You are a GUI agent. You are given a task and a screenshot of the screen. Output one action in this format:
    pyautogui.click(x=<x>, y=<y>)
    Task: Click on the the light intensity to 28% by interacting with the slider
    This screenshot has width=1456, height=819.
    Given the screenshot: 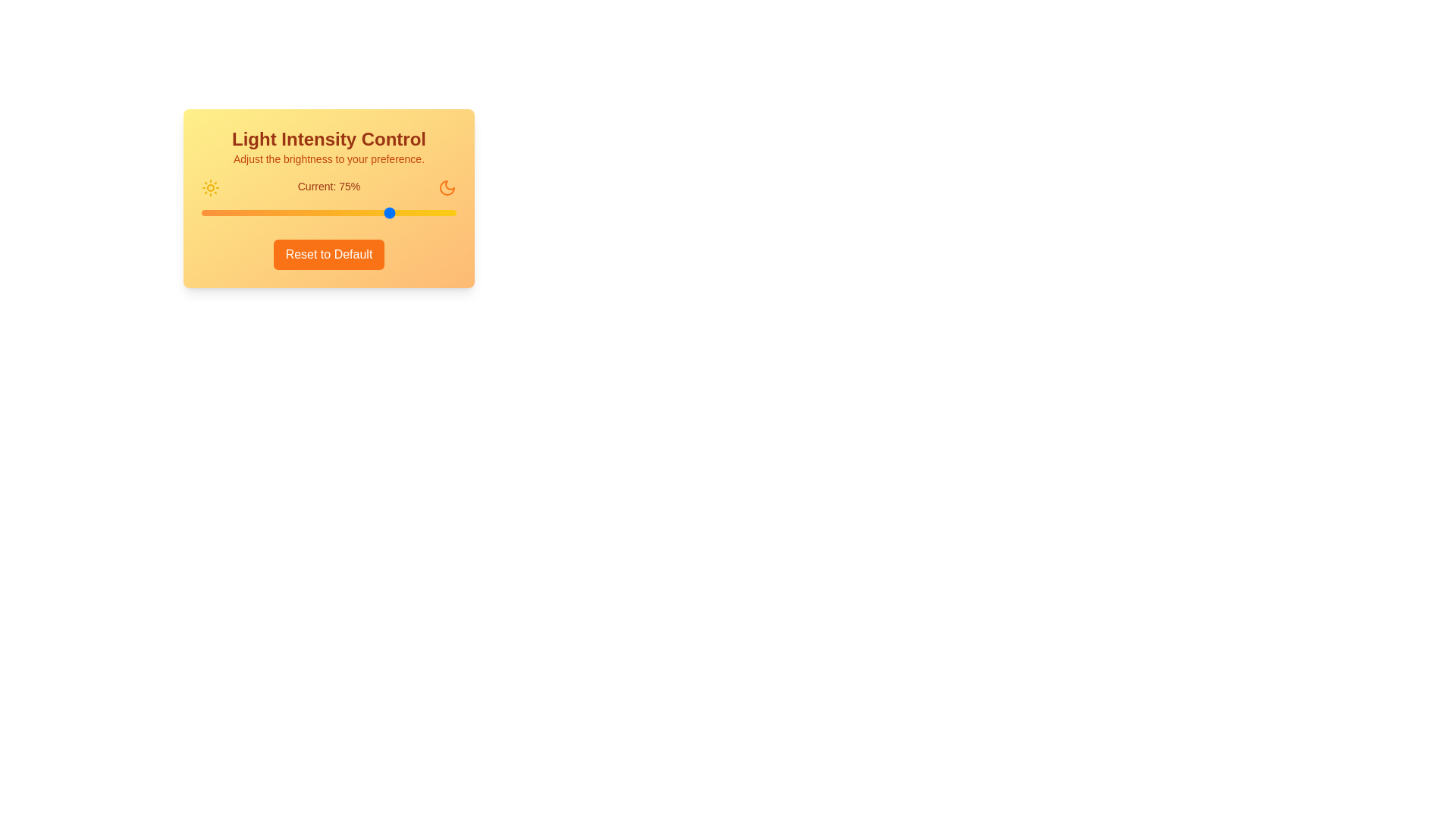 What is the action you would take?
    pyautogui.click(x=273, y=213)
    